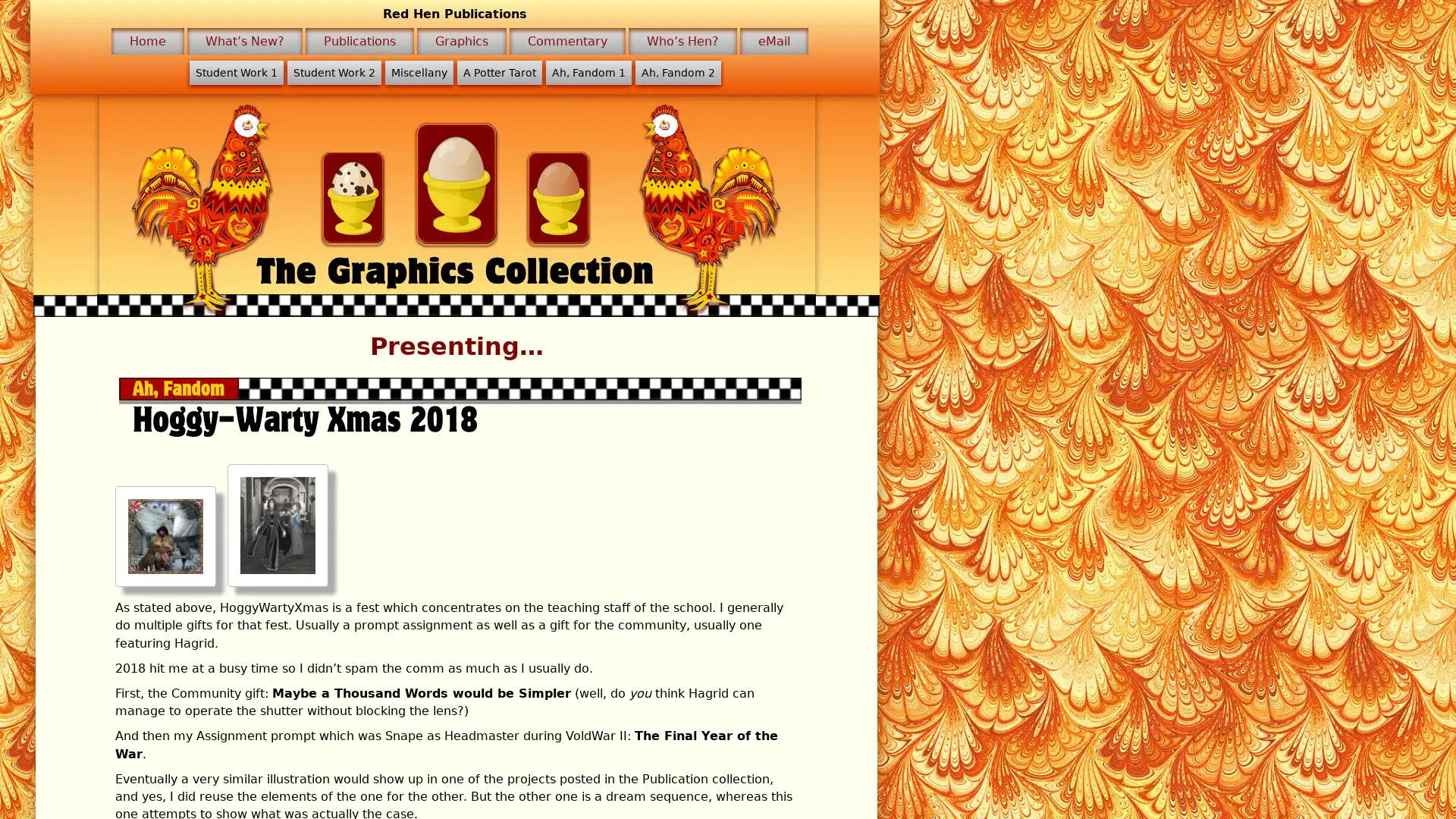  What do you see at coordinates (498, 73) in the screenshot?
I see `A Potter Tarot` at bounding box center [498, 73].